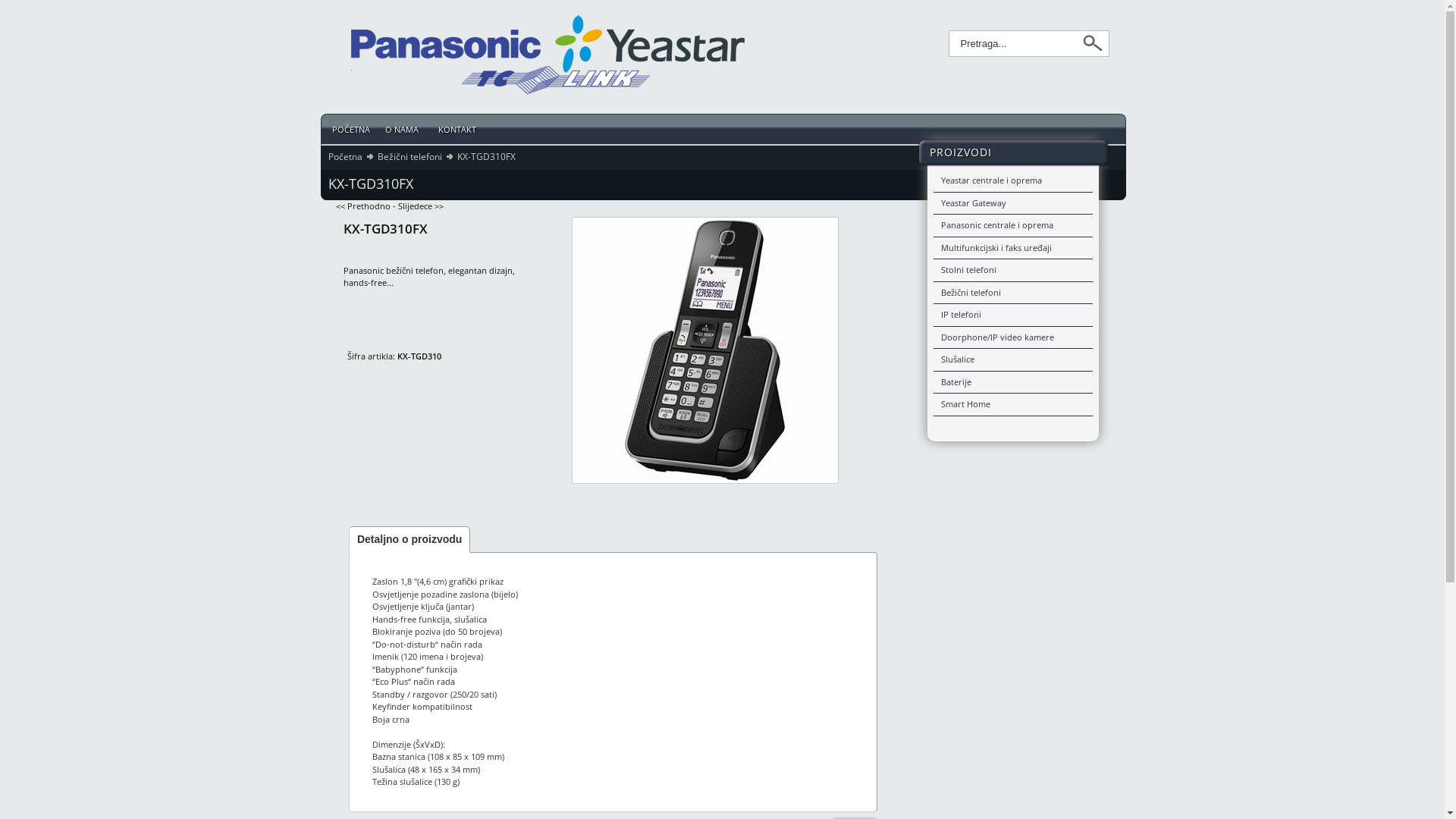  What do you see at coordinates (1012, 315) in the screenshot?
I see `'IP telefoni'` at bounding box center [1012, 315].